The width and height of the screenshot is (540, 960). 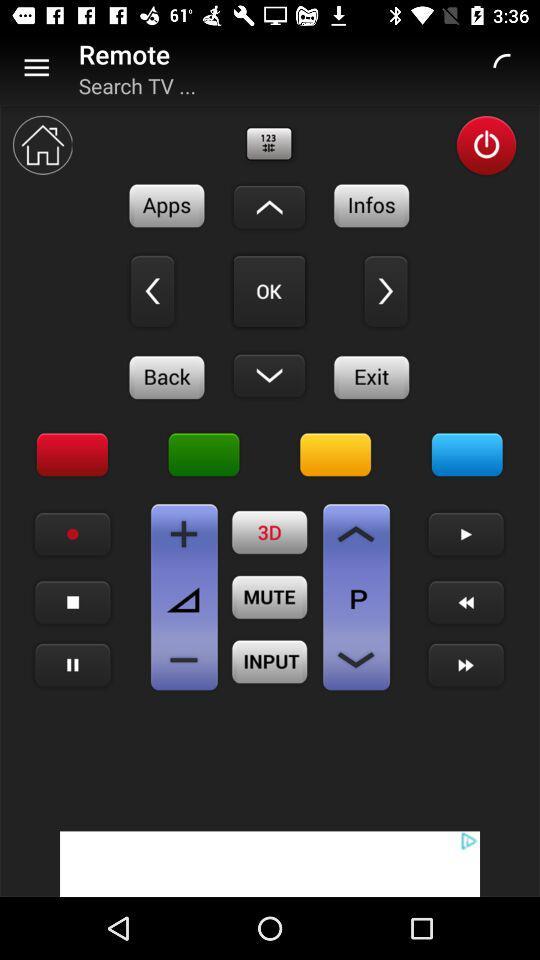 I want to click on details, so click(x=372, y=205).